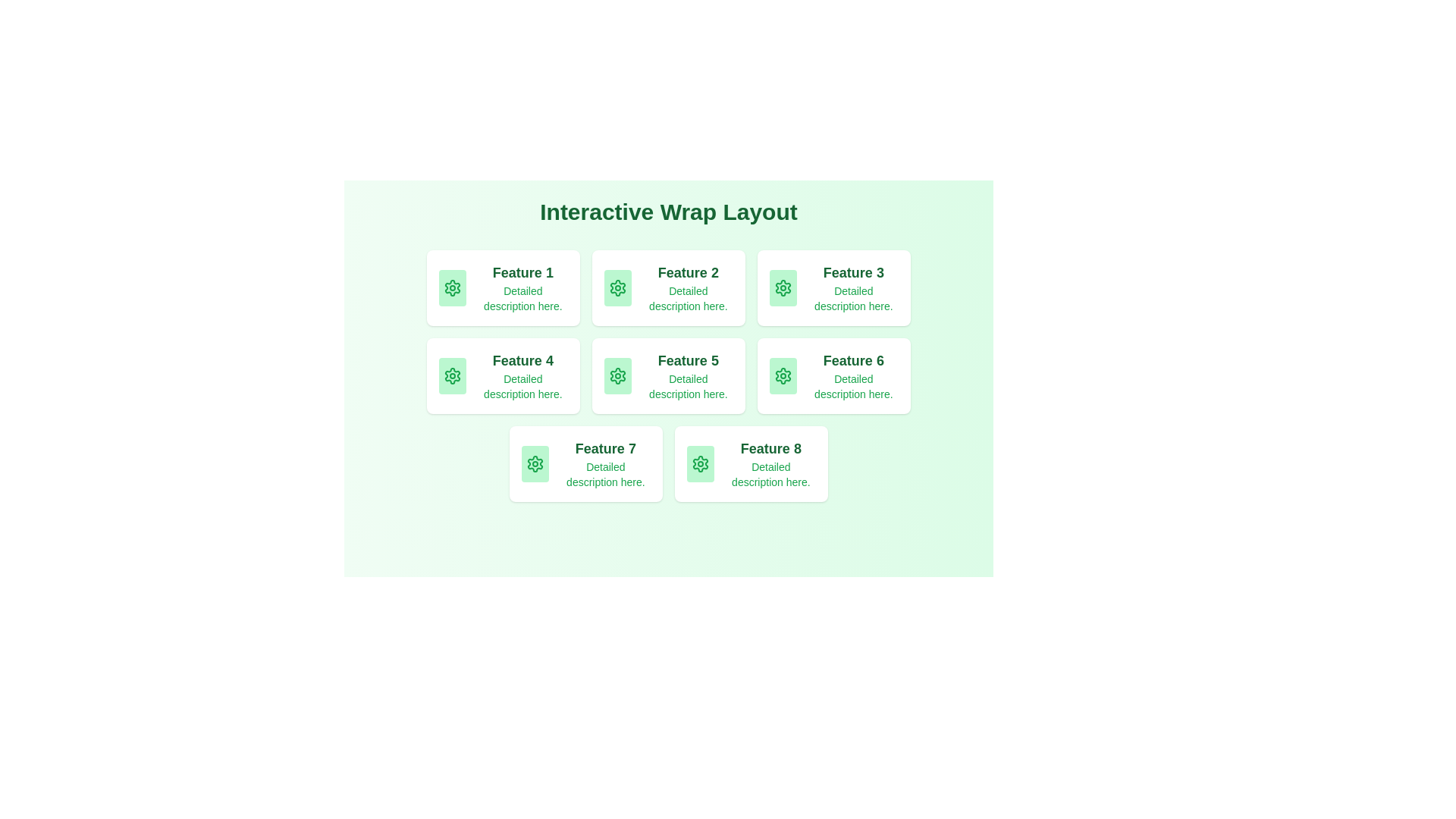  What do you see at coordinates (699, 463) in the screenshot?
I see `the circular Icon button with a green background and a gear icon, located in the bottom row of the layout grid within the 'Feature 8' card` at bounding box center [699, 463].